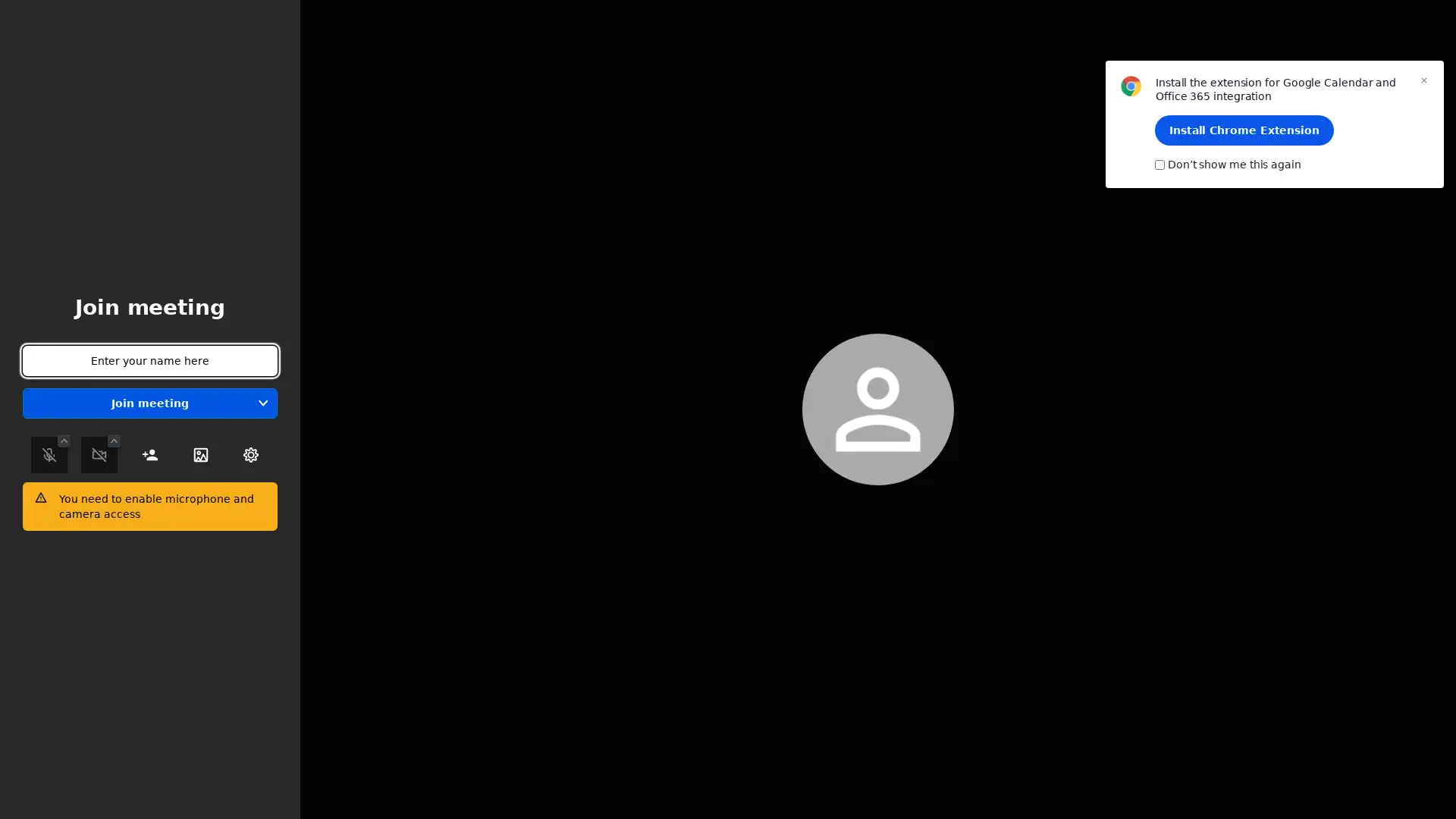 Image resolution: width=1456 pixels, height=819 pixels. I want to click on Join without audio, so click(262, 403).